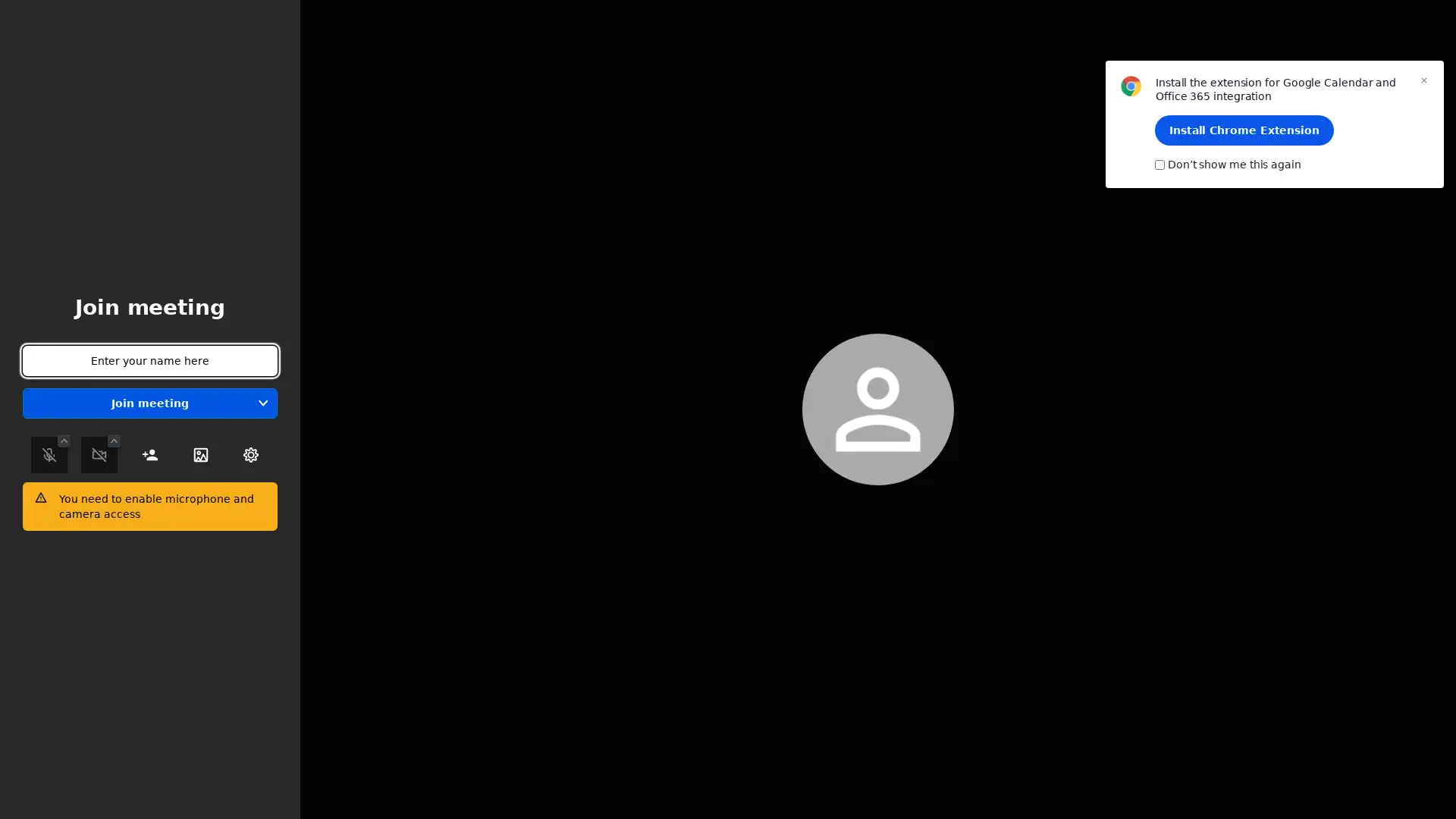 Image resolution: width=1456 pixels, height=819 pixels. I want to click on Join without audio, so click(262, 403).